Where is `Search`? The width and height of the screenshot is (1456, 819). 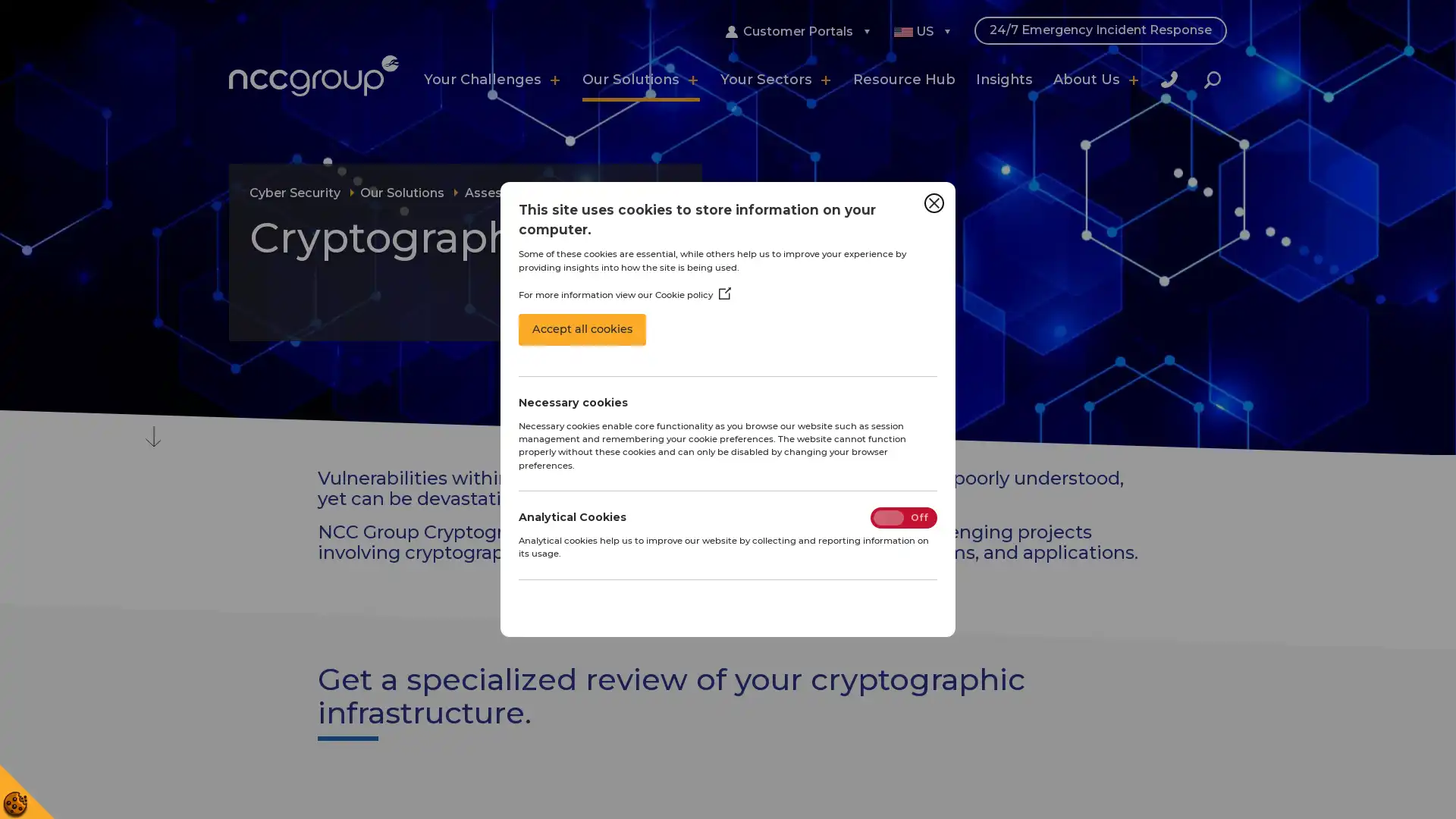 Search is located at coordinates (1167, 189).